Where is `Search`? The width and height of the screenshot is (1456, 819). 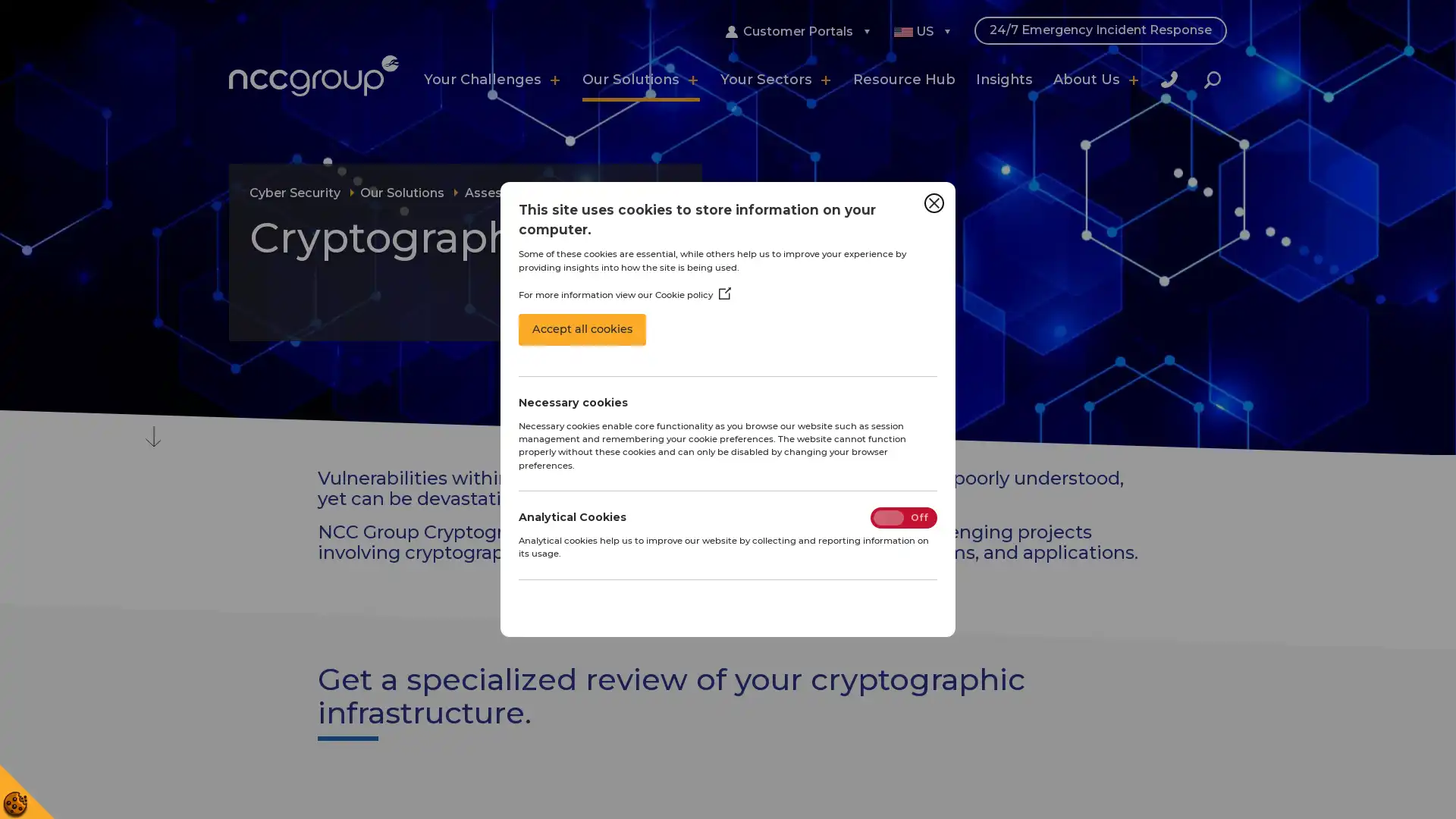 Search is located at coordinates (1167, 189).